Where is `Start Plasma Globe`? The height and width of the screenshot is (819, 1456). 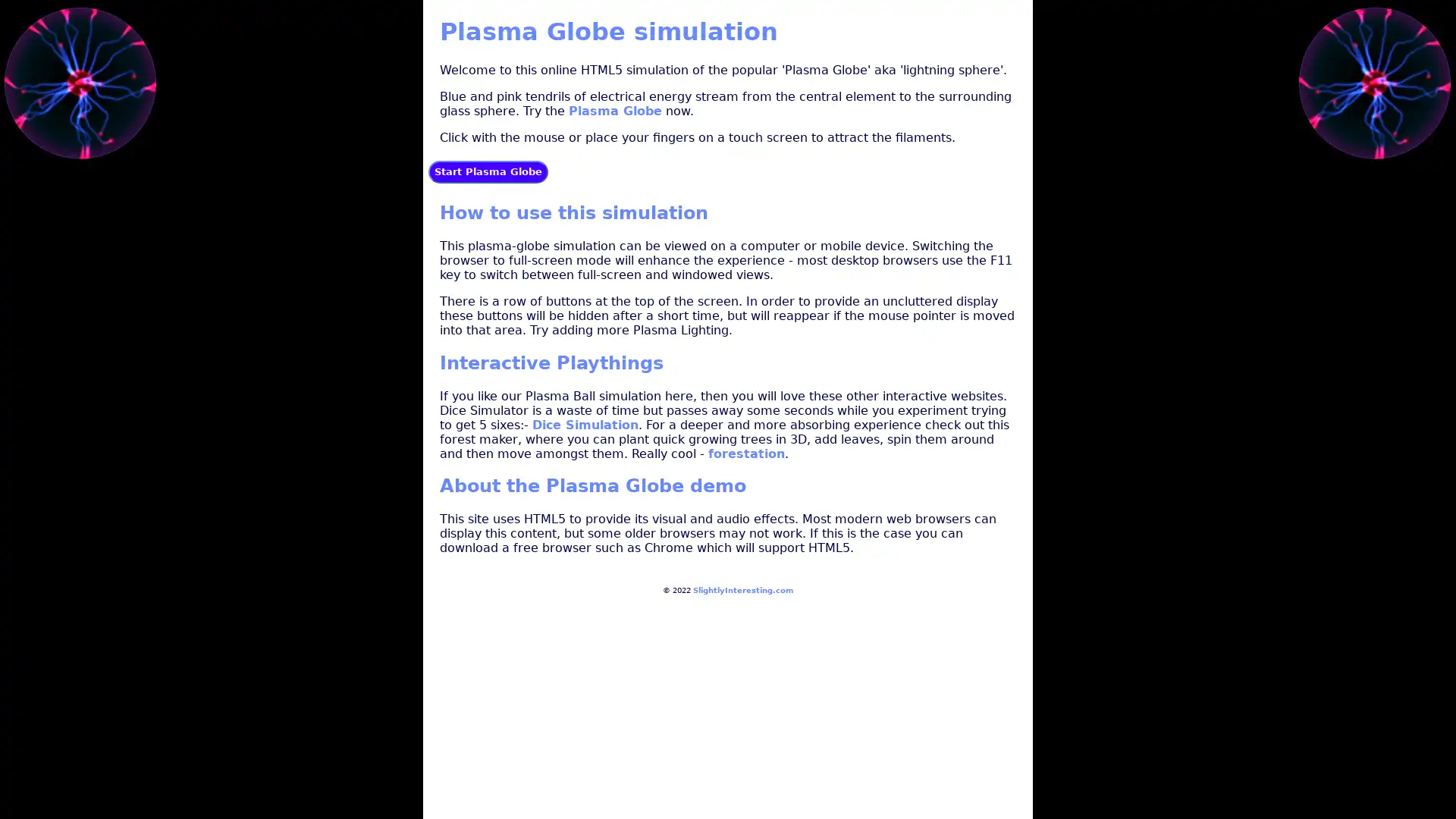 Start Plasma Globe is located at coordinates (488, 171).